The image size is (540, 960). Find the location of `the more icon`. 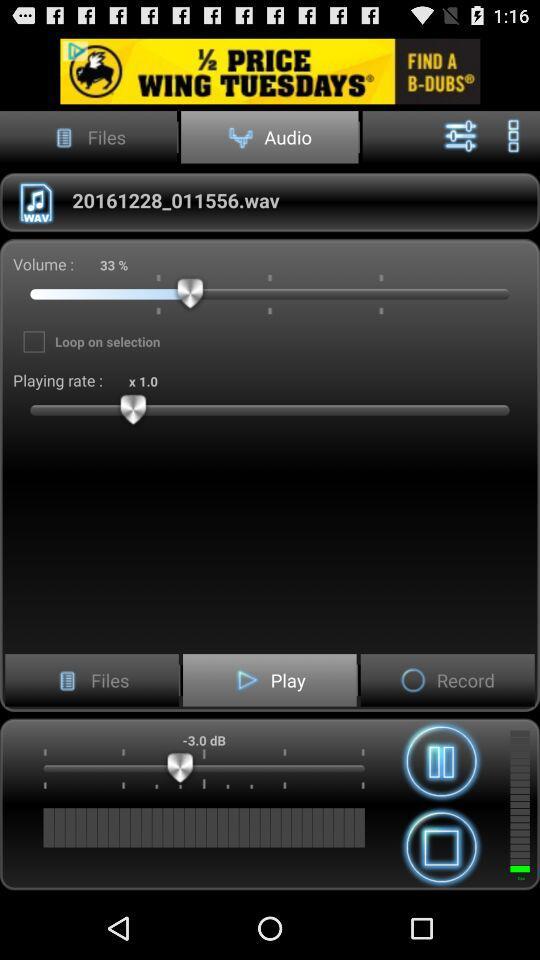

the more icon is located at coordinates (513, 144).